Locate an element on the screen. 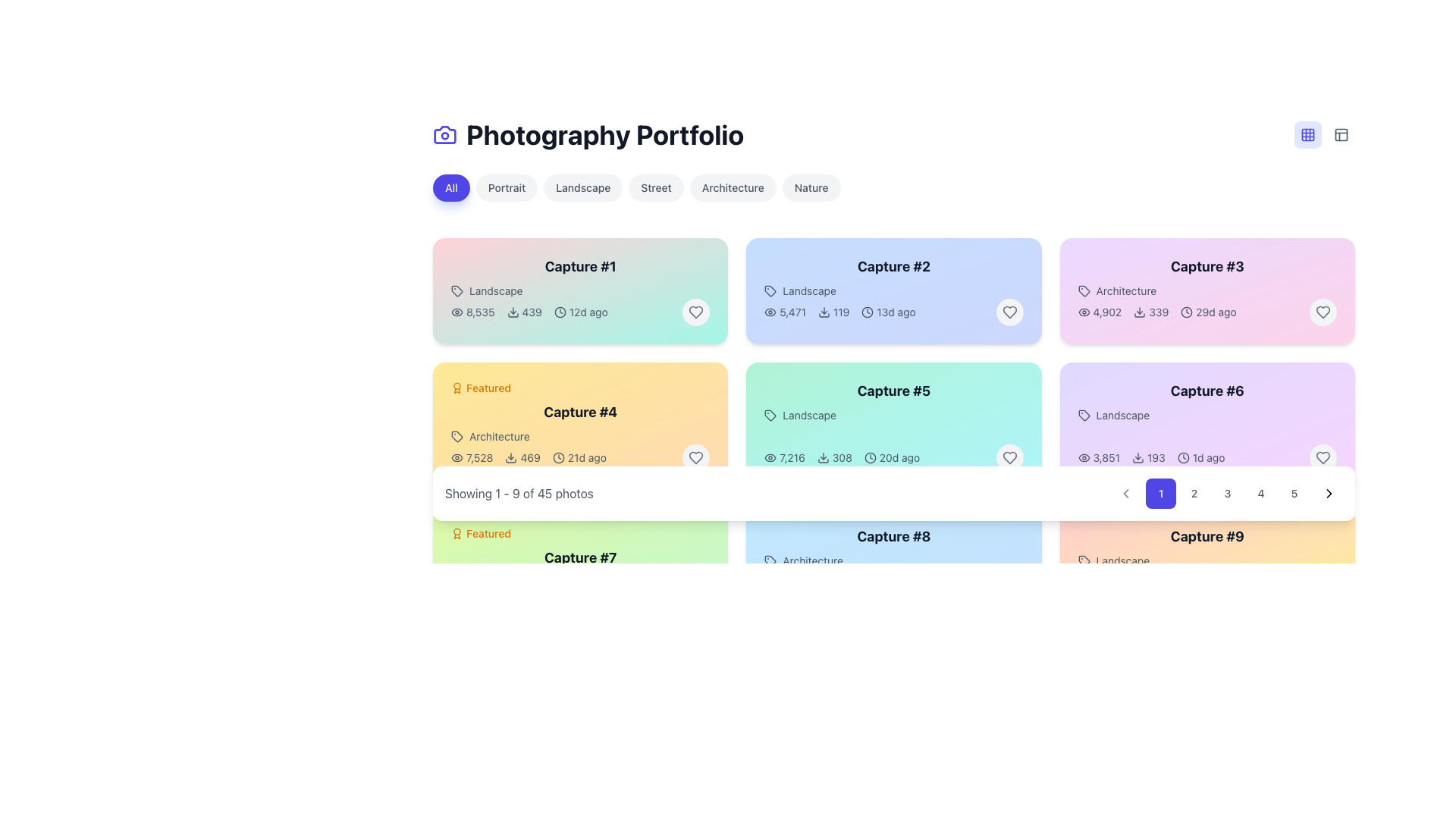 The image size is (1456, 819). informational text and icon row displaying metadata such as views, downloads, and last update time for the content in 'Capture #4' is located at coordinates (529, 457).